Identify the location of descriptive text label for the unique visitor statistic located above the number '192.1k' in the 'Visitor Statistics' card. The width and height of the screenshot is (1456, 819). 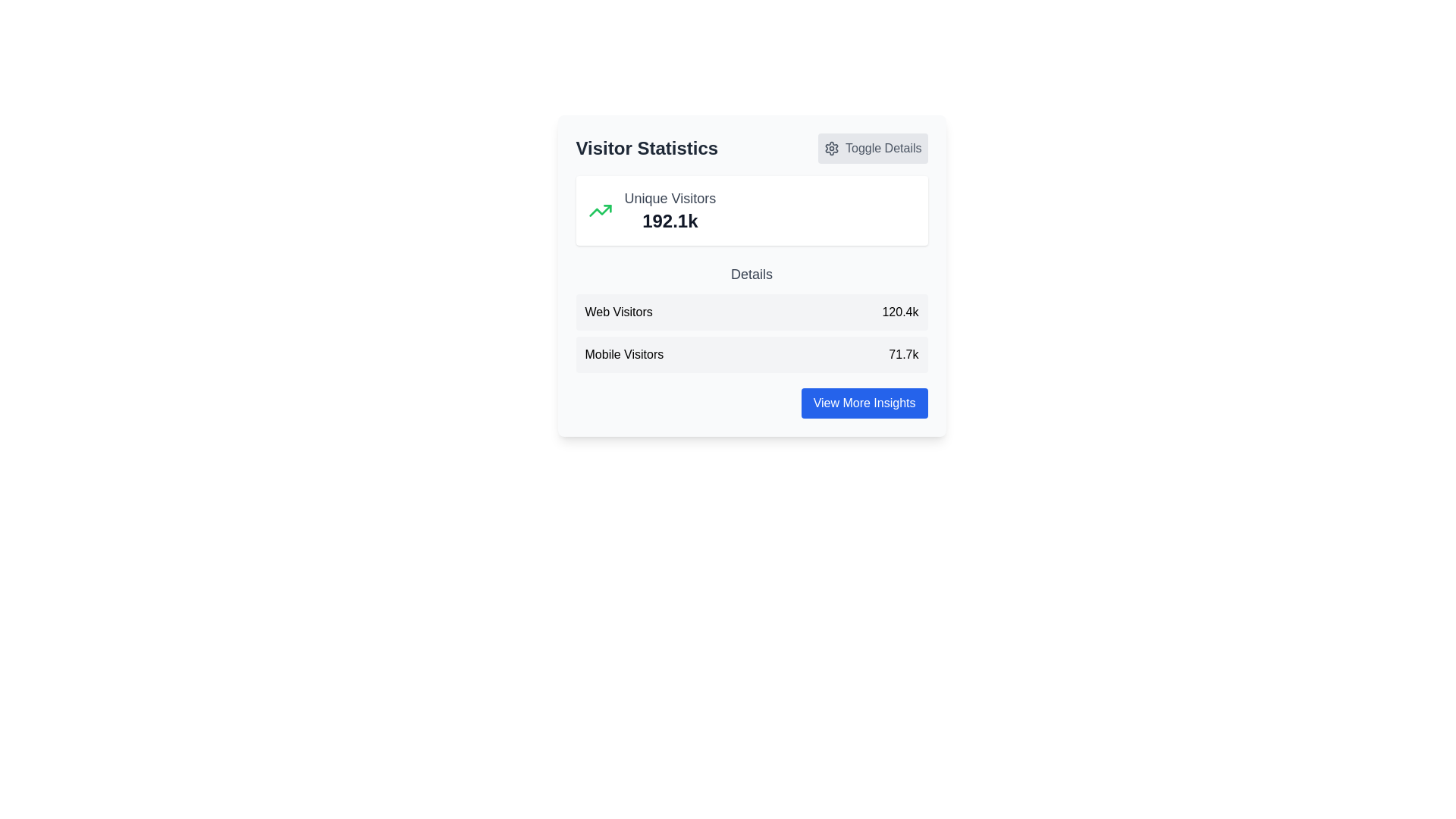
(669, 198).